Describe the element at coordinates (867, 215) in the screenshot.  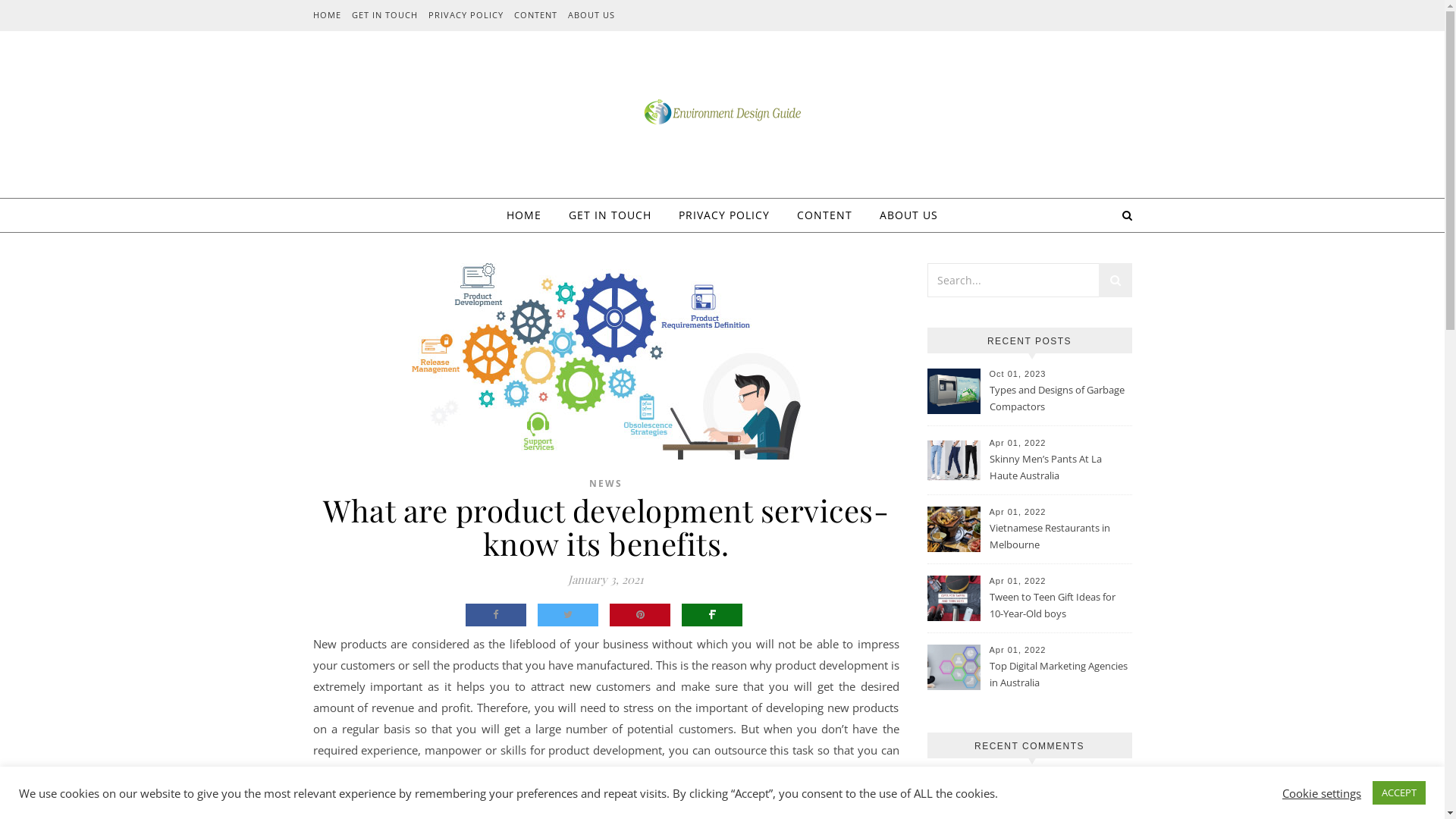
I see `'ABOUT US'` at that location.